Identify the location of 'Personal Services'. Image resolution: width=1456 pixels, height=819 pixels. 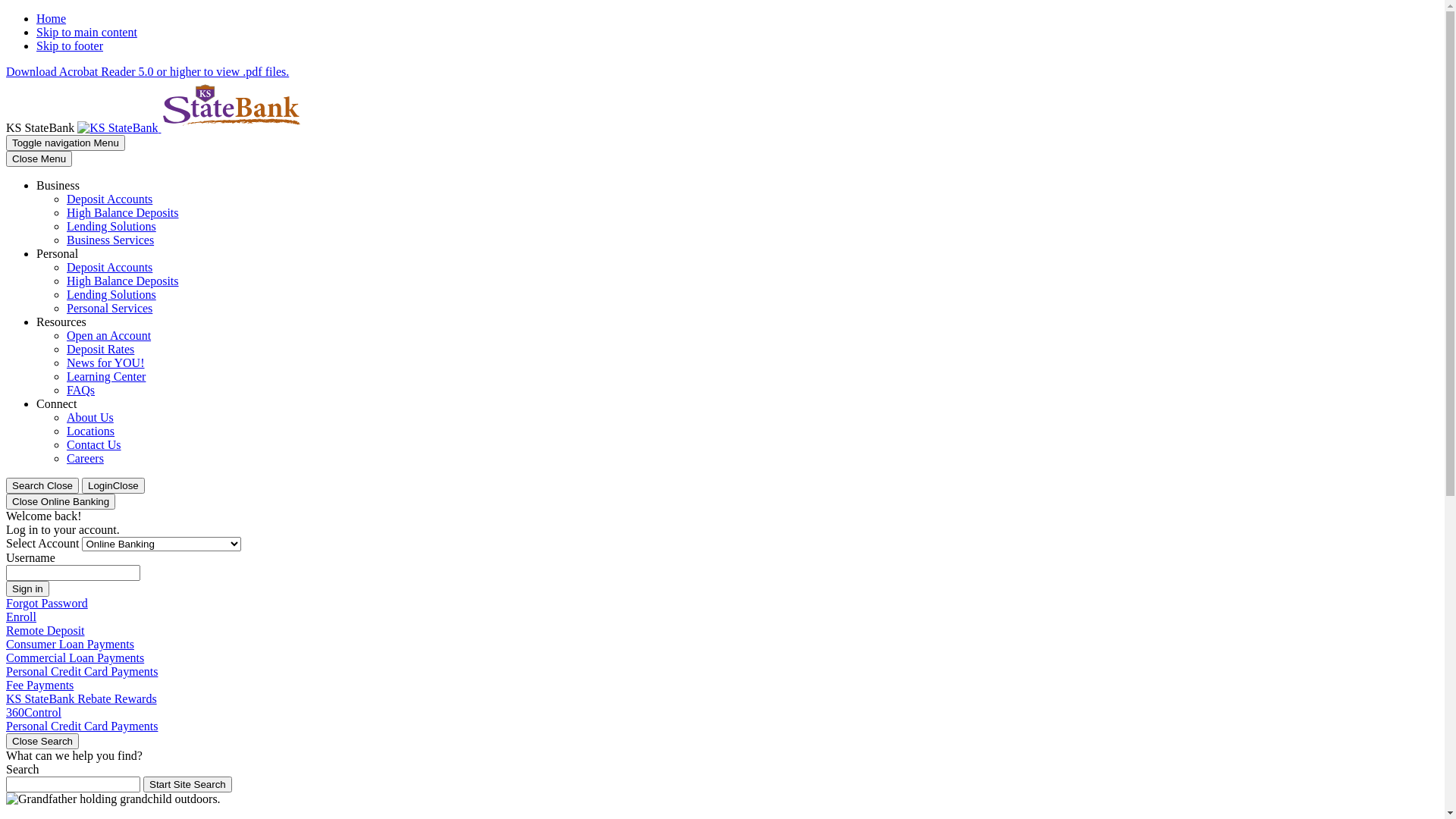
(108, 307).